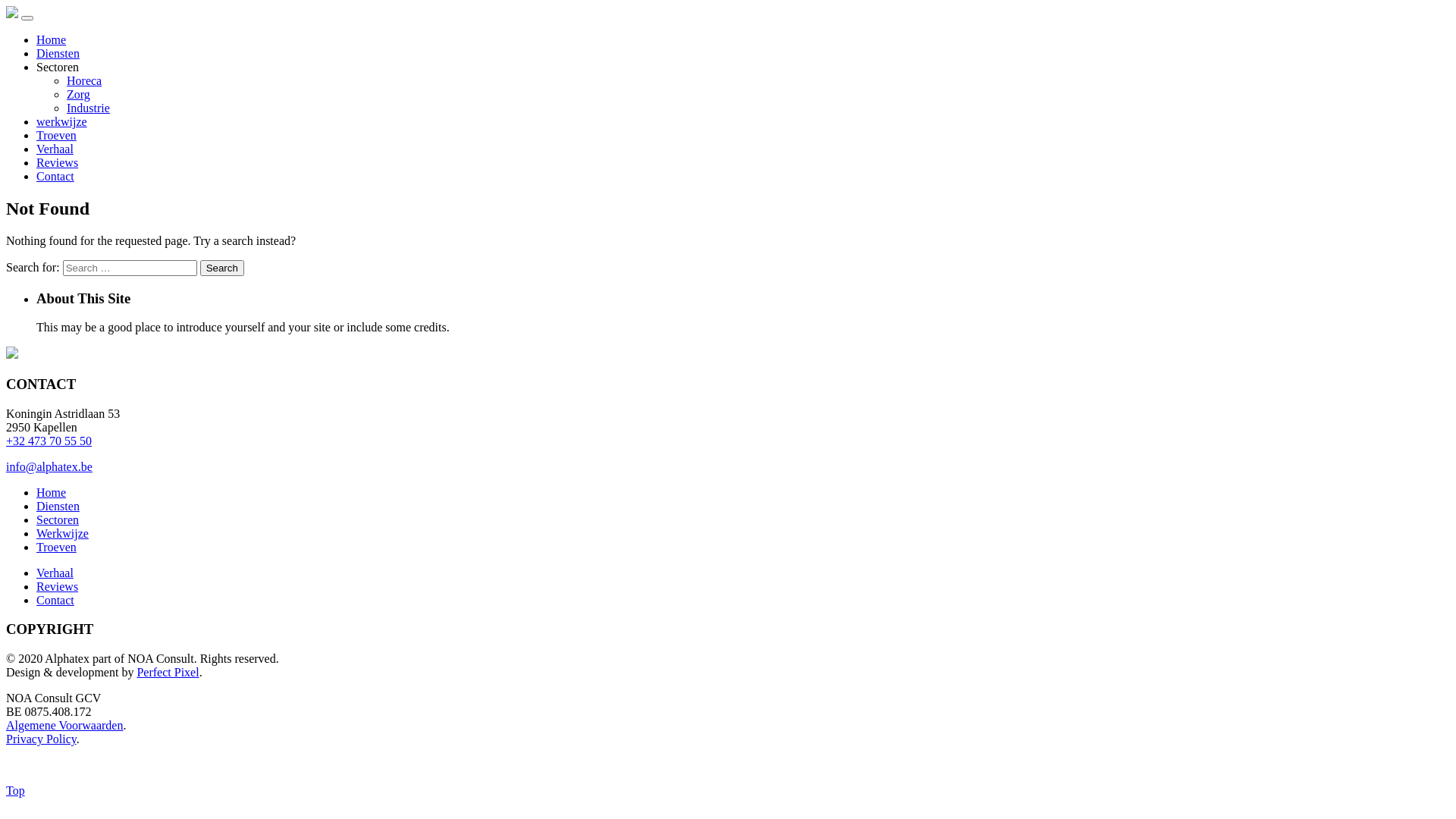 Image resolution: width=1456 pixels, height=819 pixels. What do you see at coordinates (56, 547) in the screenshot?
I see `'Troeven'` at bounding box center [56, 547].